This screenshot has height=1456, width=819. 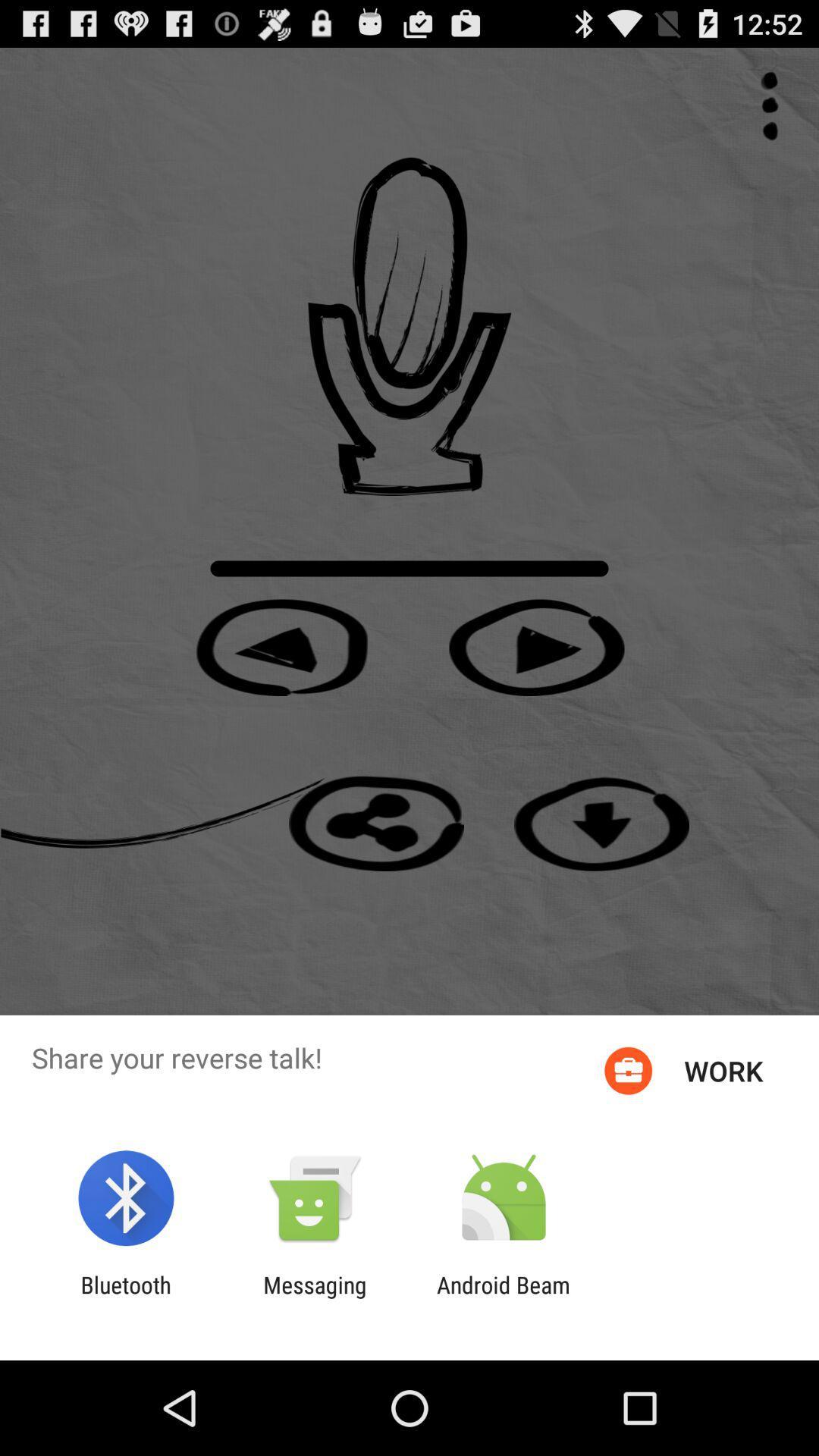 I want to click on icon to the left of android beam icon, so click(x=314, y=1298).